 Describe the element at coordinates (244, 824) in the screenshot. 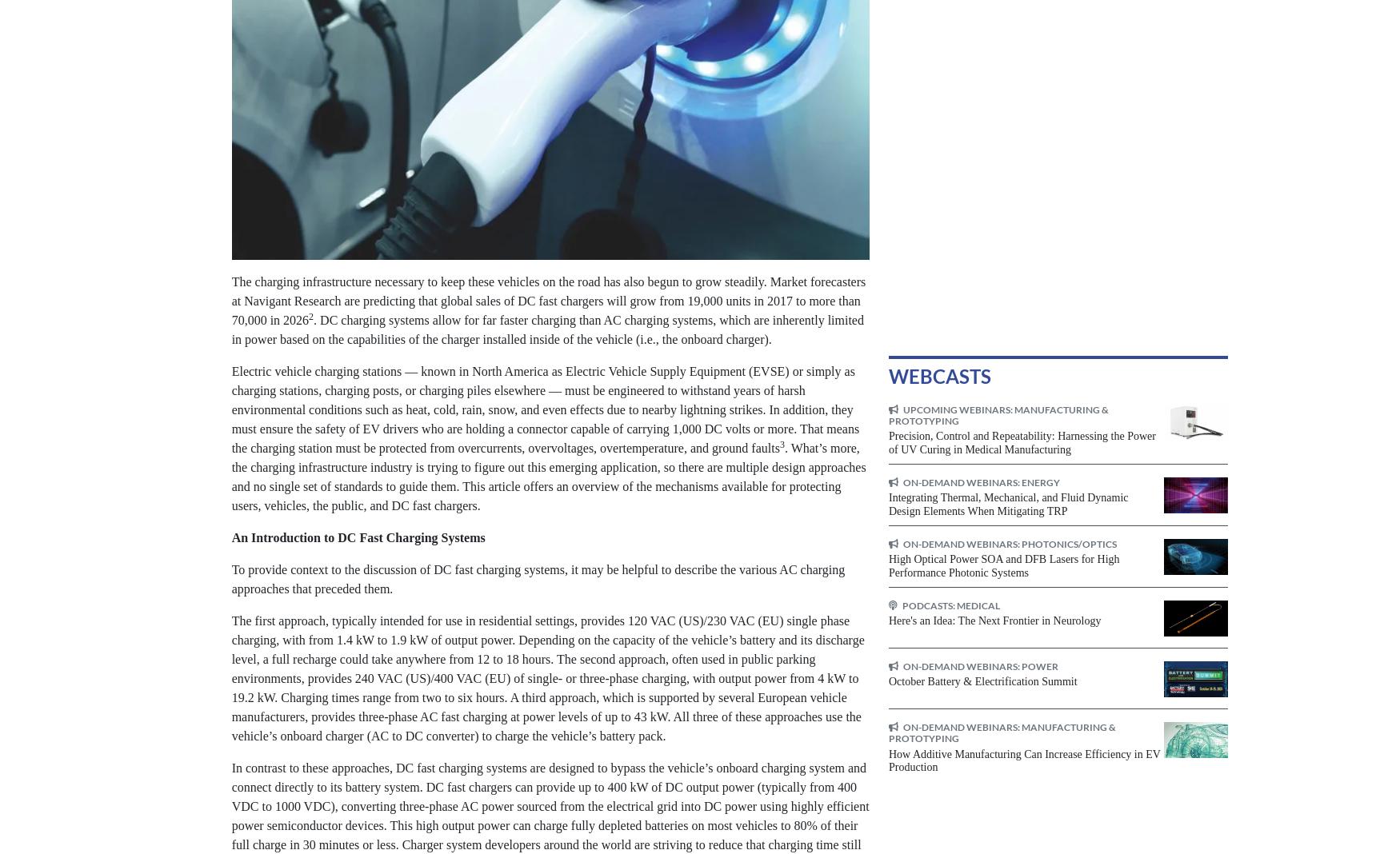

I see `'© 2009-2023 SAE Media Group'` at that location.